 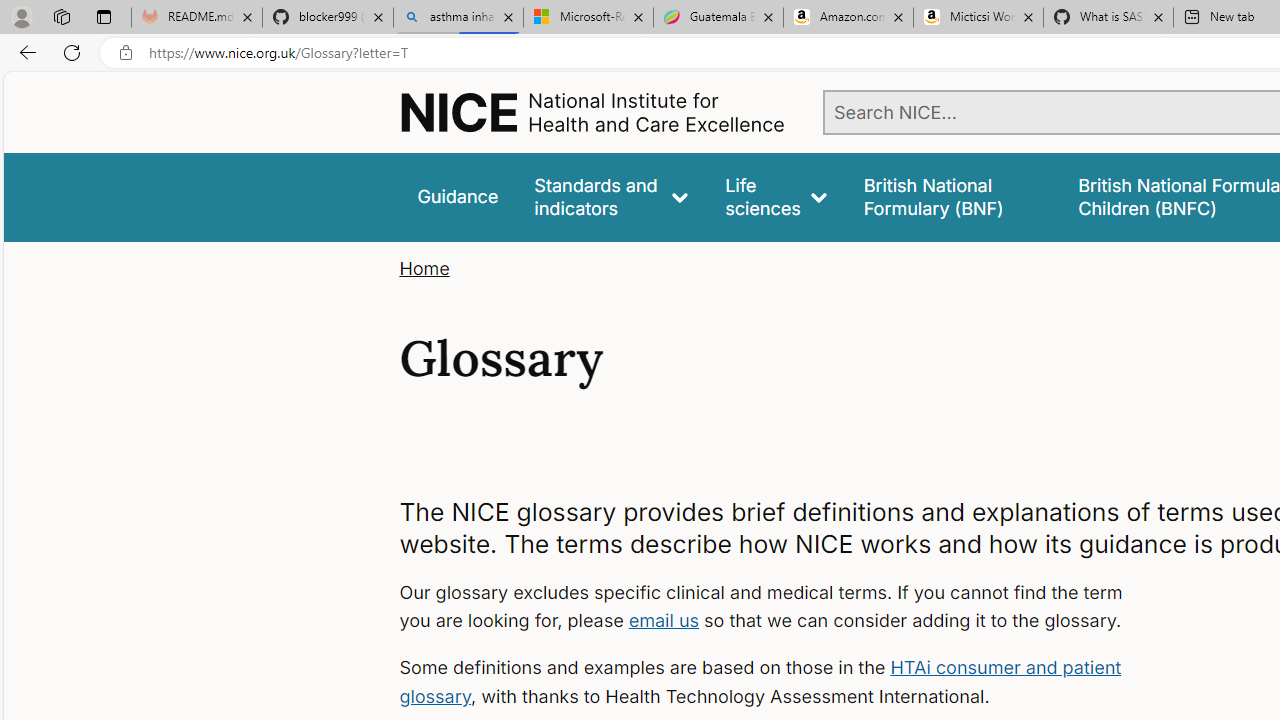 What do you see at coordinates (457, 197) in the screenshot?
I see `'Guidance'` at bounding box center [457, 197].